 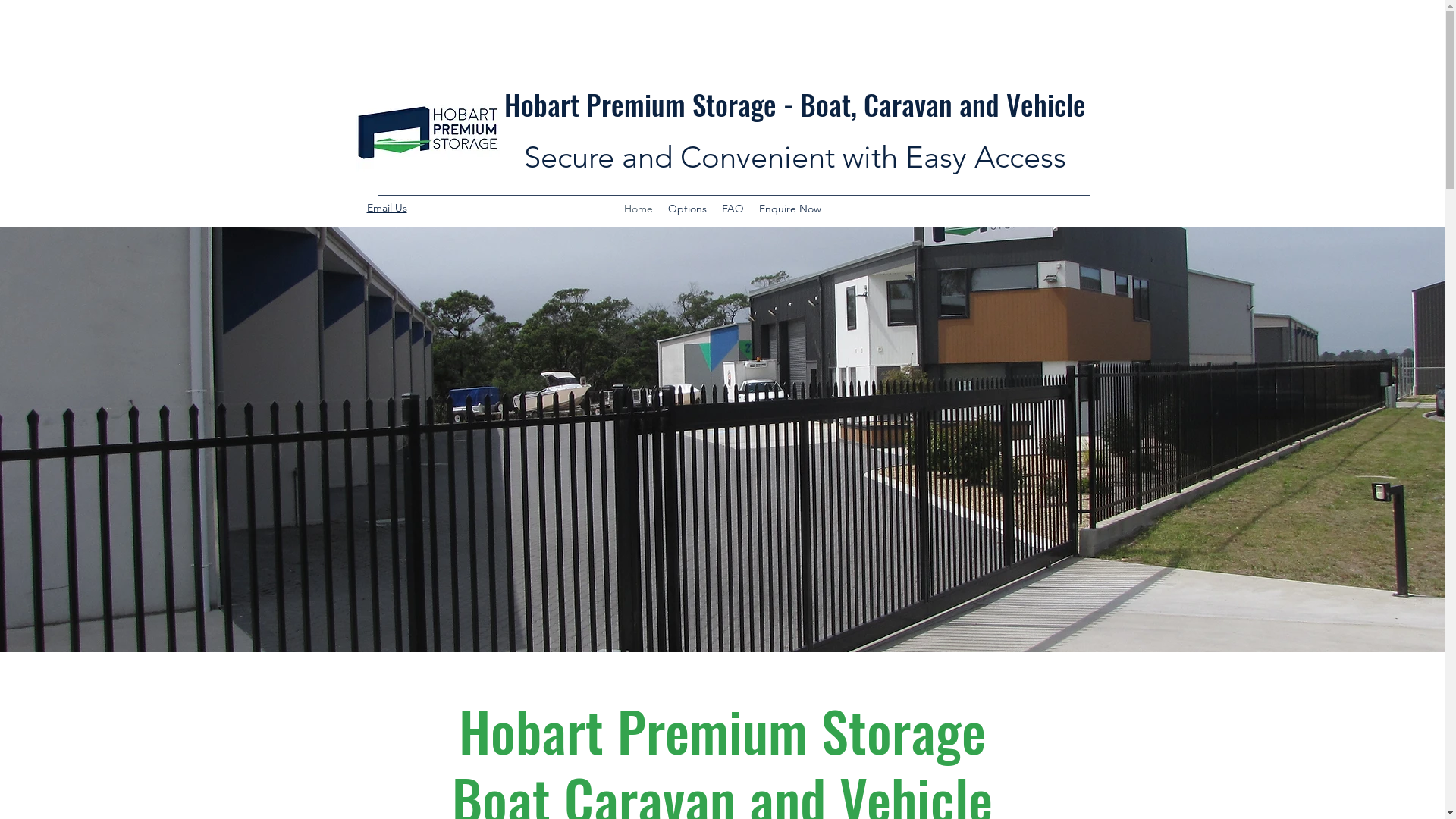 I want to click on 'Home', so click(x=637, y=208).